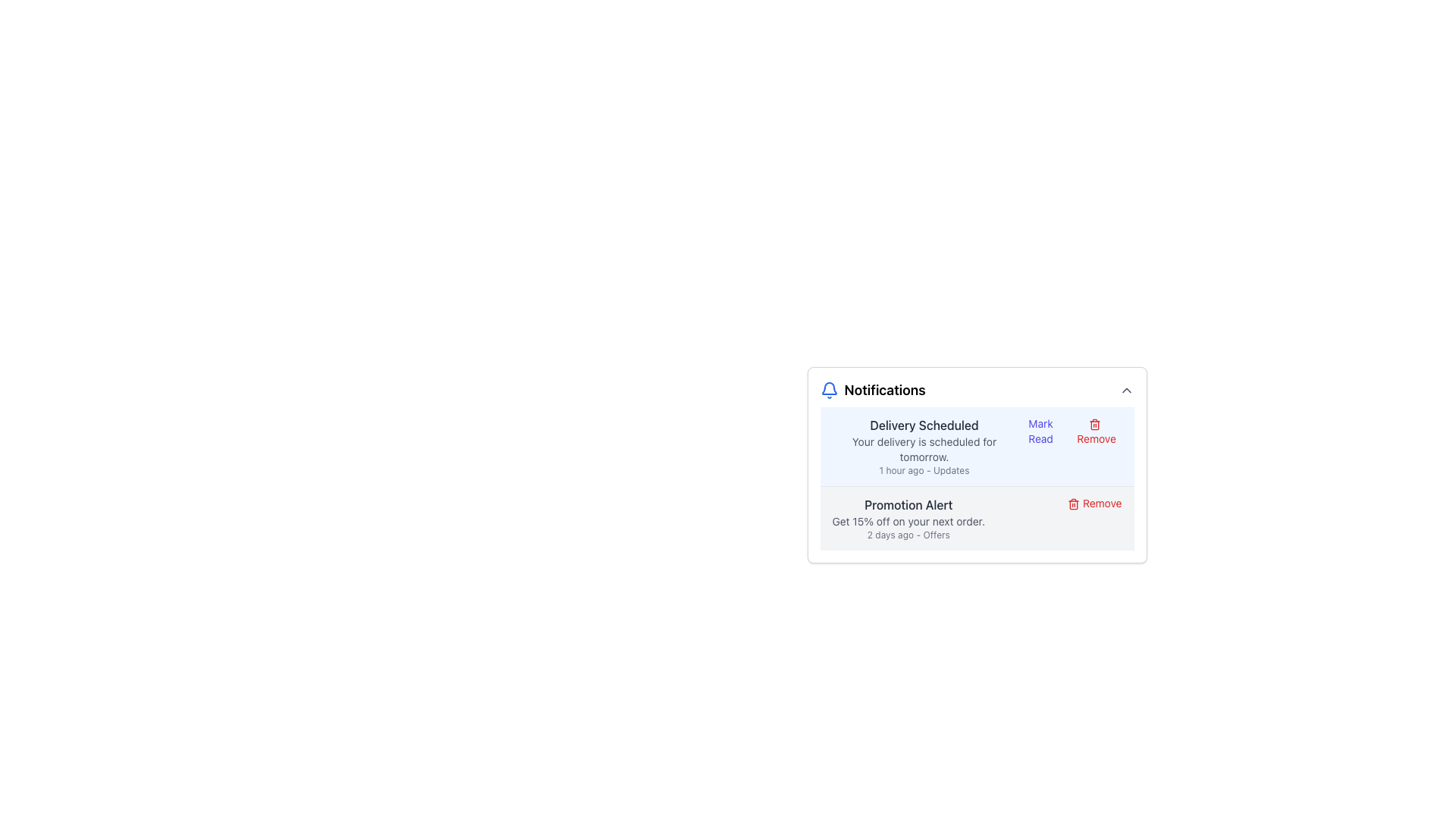 This screenshot has width=1456, height=819. Describe the element at coordinates (828, 388) in the screenshot. I see `the decorative bell graphical element that signifies the notifications panel, located at the top-left corner of the notifications panel, directly to the left of the 'Notifications' title` at that location.